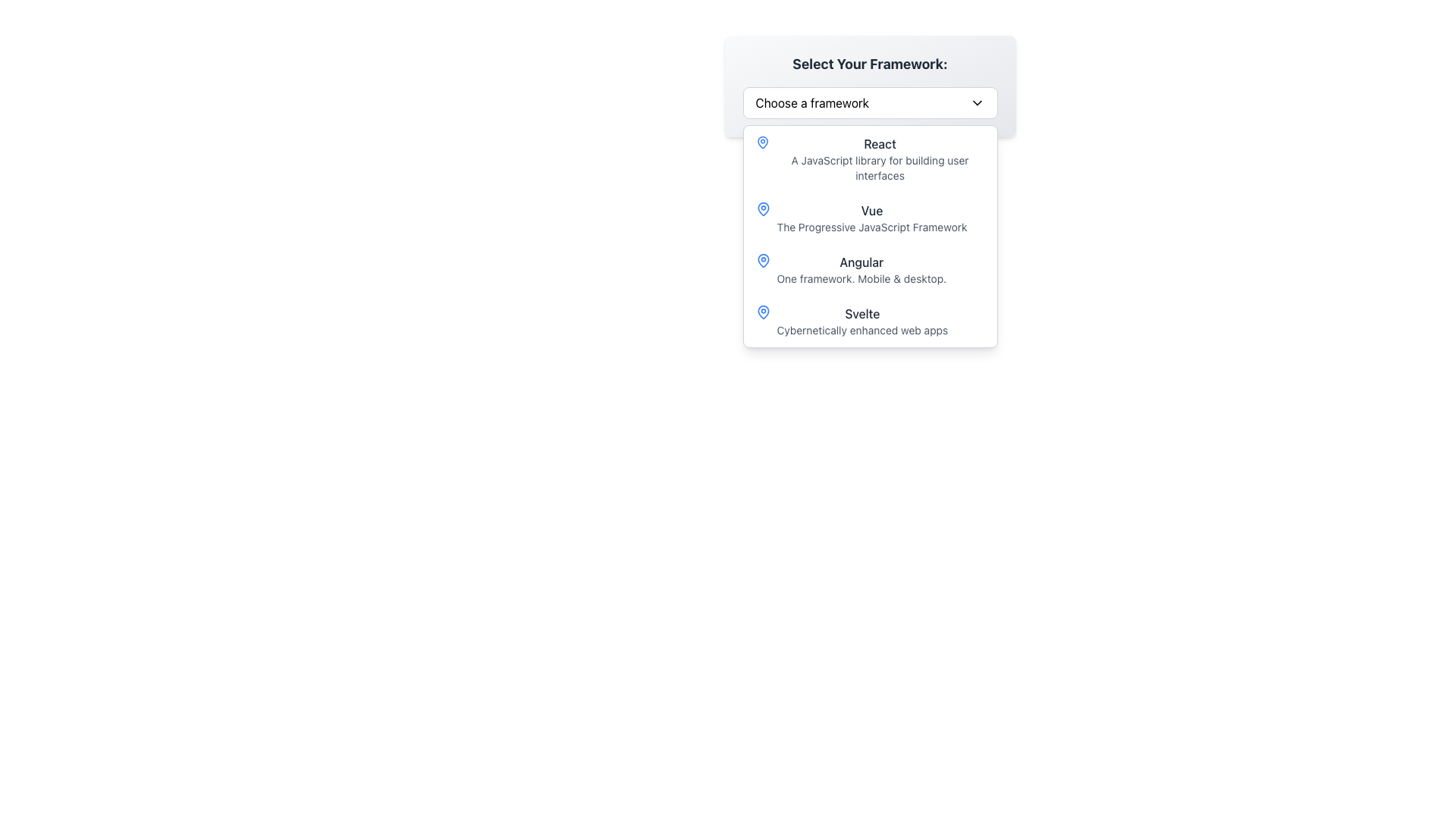  Describe the element at coordinates (762, 143) in the screenshot. I see `the menu item associated with the location indicator icon preceding the text 'React' in the dropdown menu` at that location.